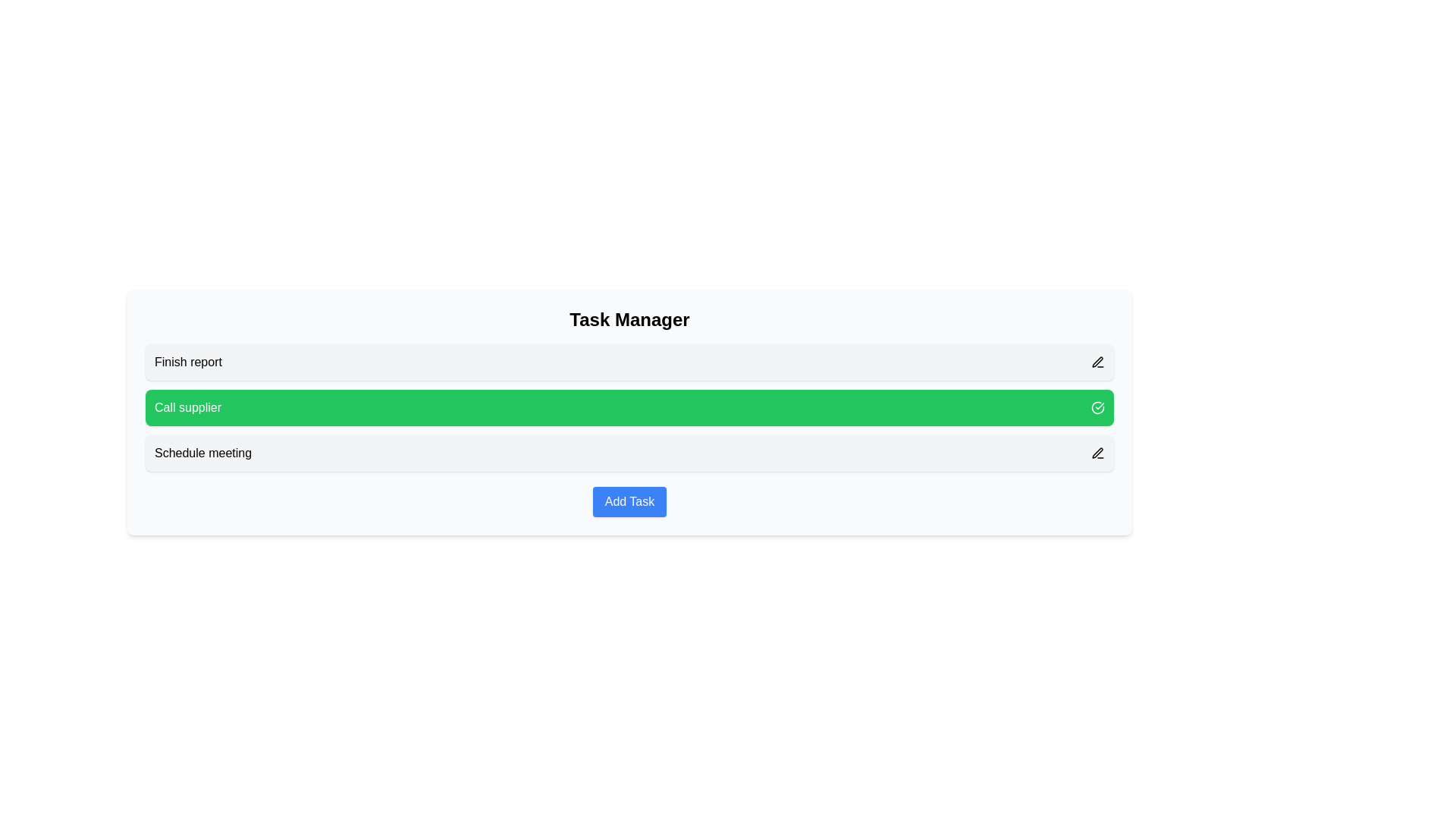 This screenshot has width=1456, height=819. I want to click on 'Add Task' button to add a new task, so click(629, 502).